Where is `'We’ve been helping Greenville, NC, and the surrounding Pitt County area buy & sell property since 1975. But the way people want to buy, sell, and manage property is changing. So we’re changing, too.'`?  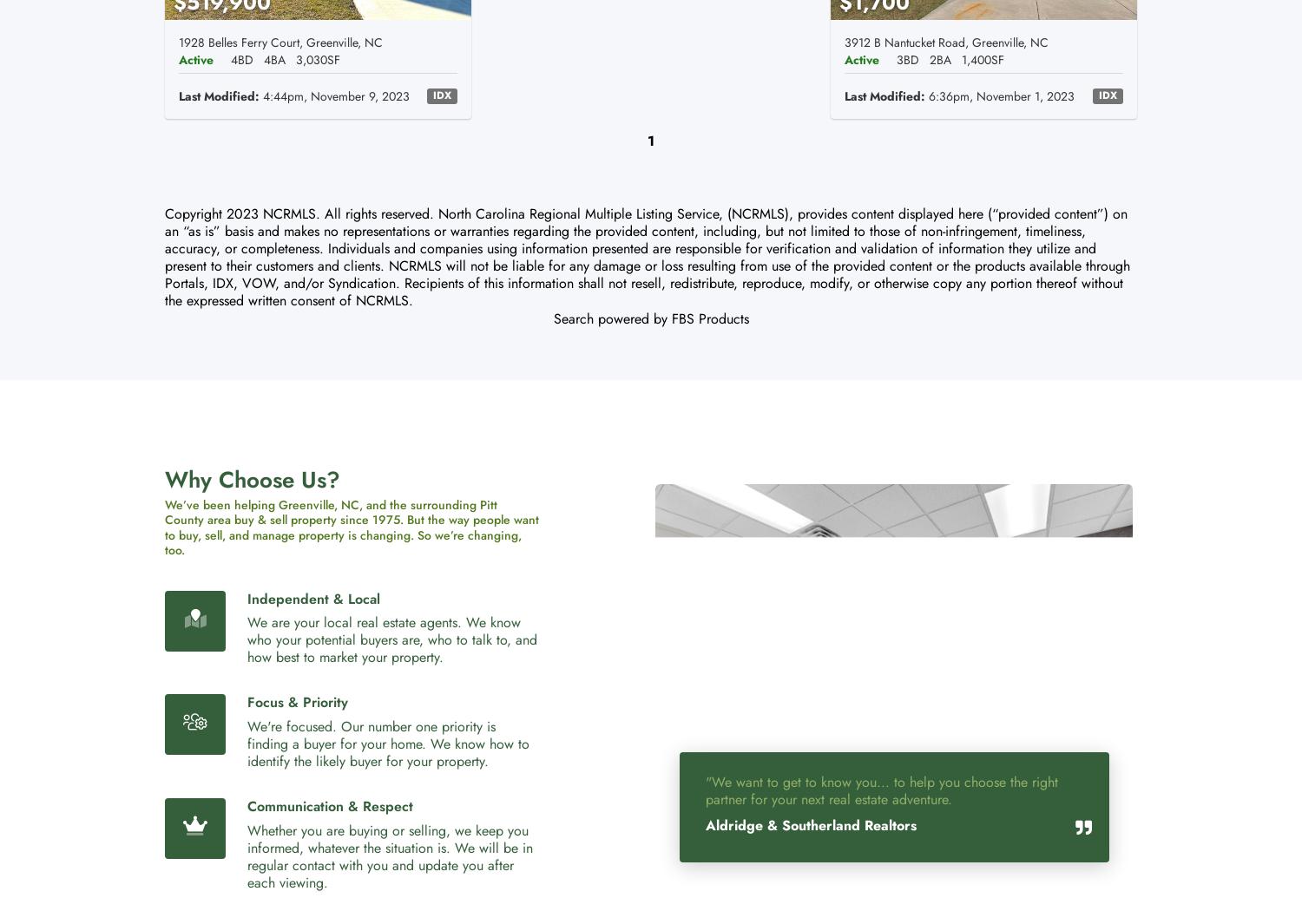
'We’ve been helping Greenville, NC, and the surrounding Pitt County area buy & sell property since 1975. But the way people want to buy, sell, and manage property is changing. So we’re changing, too.' is located at coordinates (352, 527).